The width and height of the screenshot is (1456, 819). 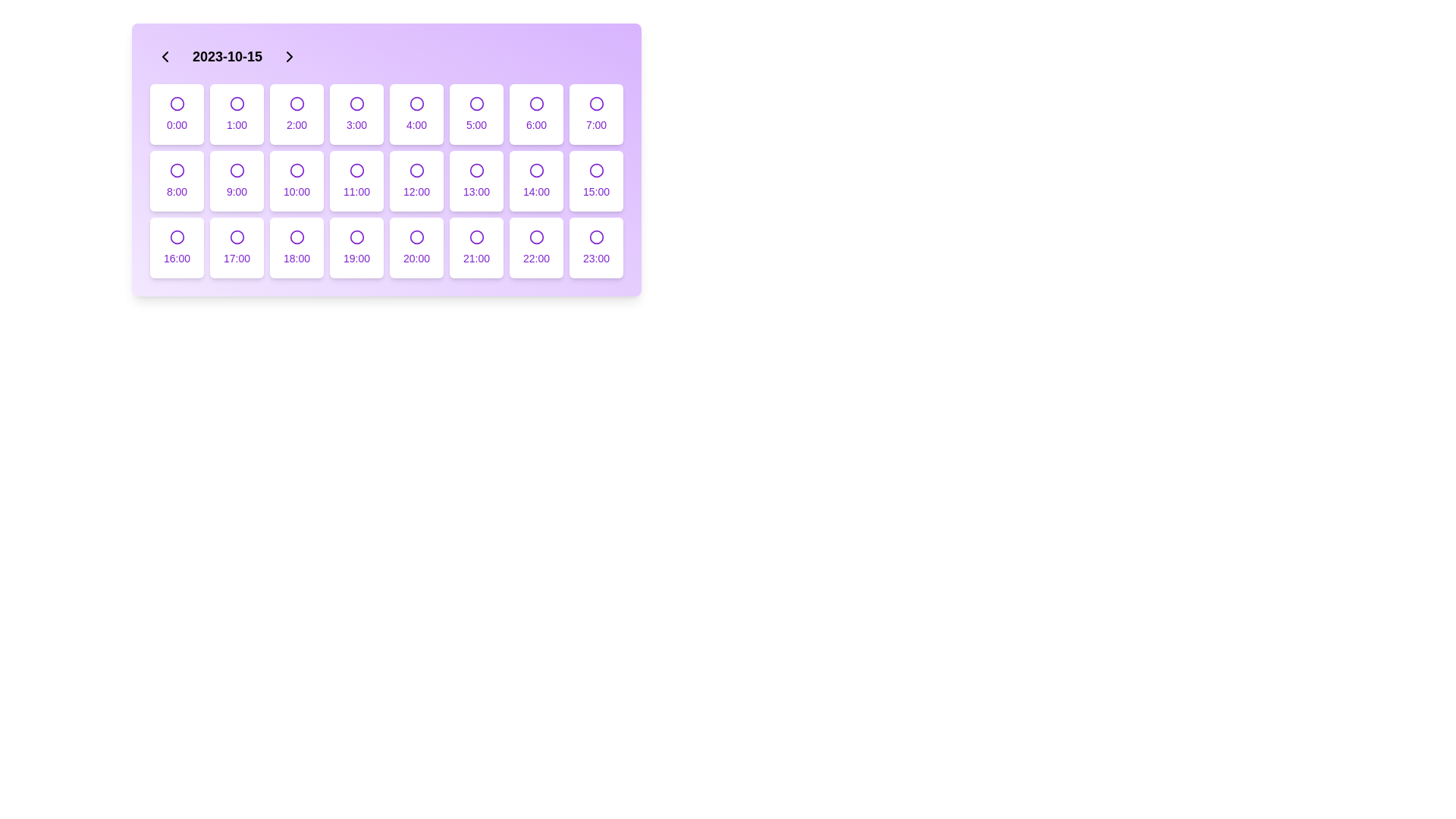 What do you see at coordinates (356, 180) in the screenshot?
I see `the selectable time slot button representing '11:00', located in the second row and sixth column of the grid layout for keyboard navigation` at bounding box center [356, 180].